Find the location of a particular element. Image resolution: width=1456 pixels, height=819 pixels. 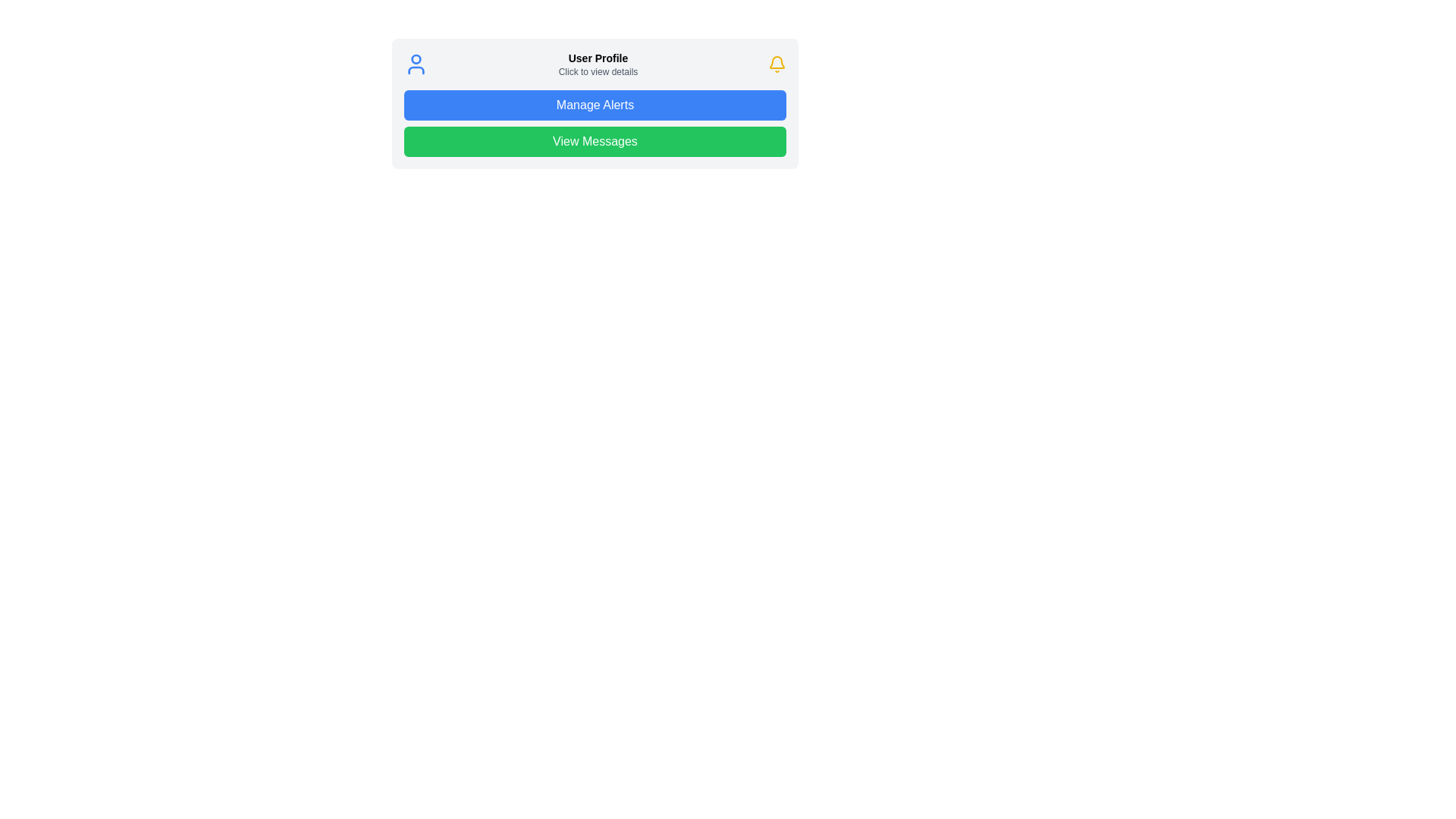

the informational panel displaying 'User Profile' is located at coordinates (595, 63).